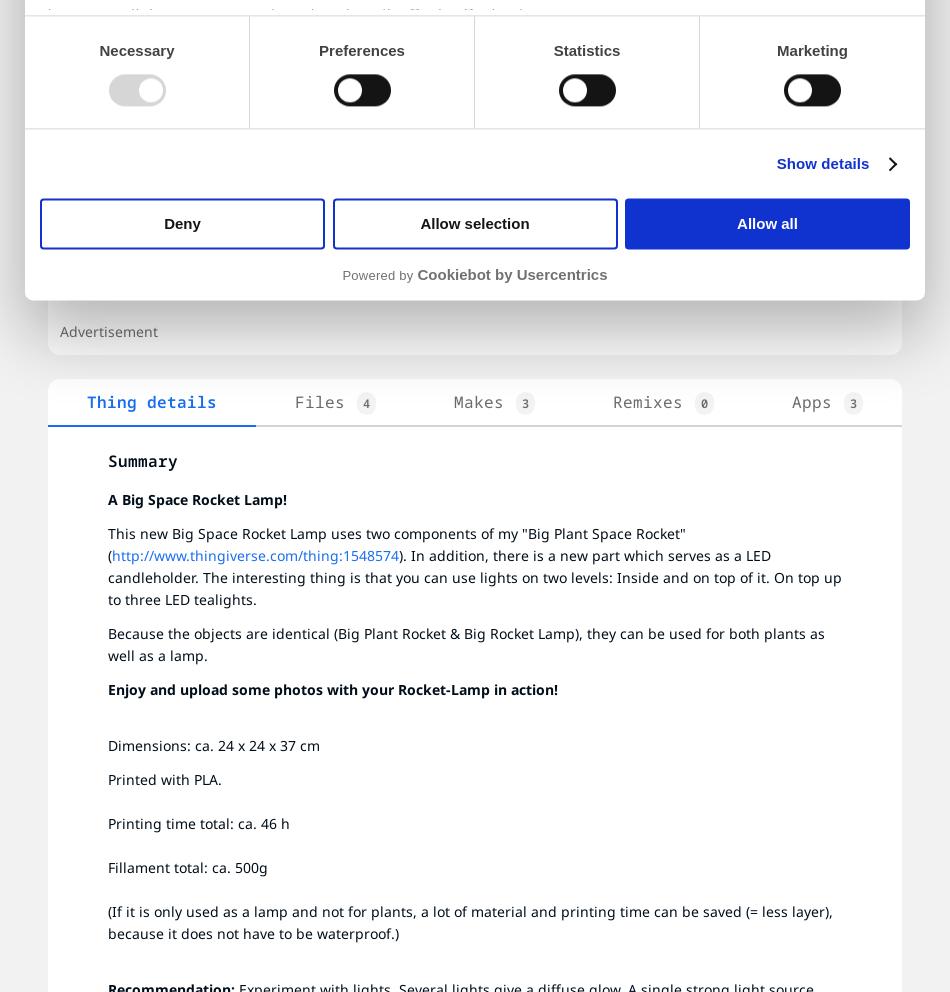 Image resolution: width=950 pixels, height=992 pixels. What do you see at coordinates (710, 88) in the screenshot?
I see `'Watch'` at bounding box center [710, 88].